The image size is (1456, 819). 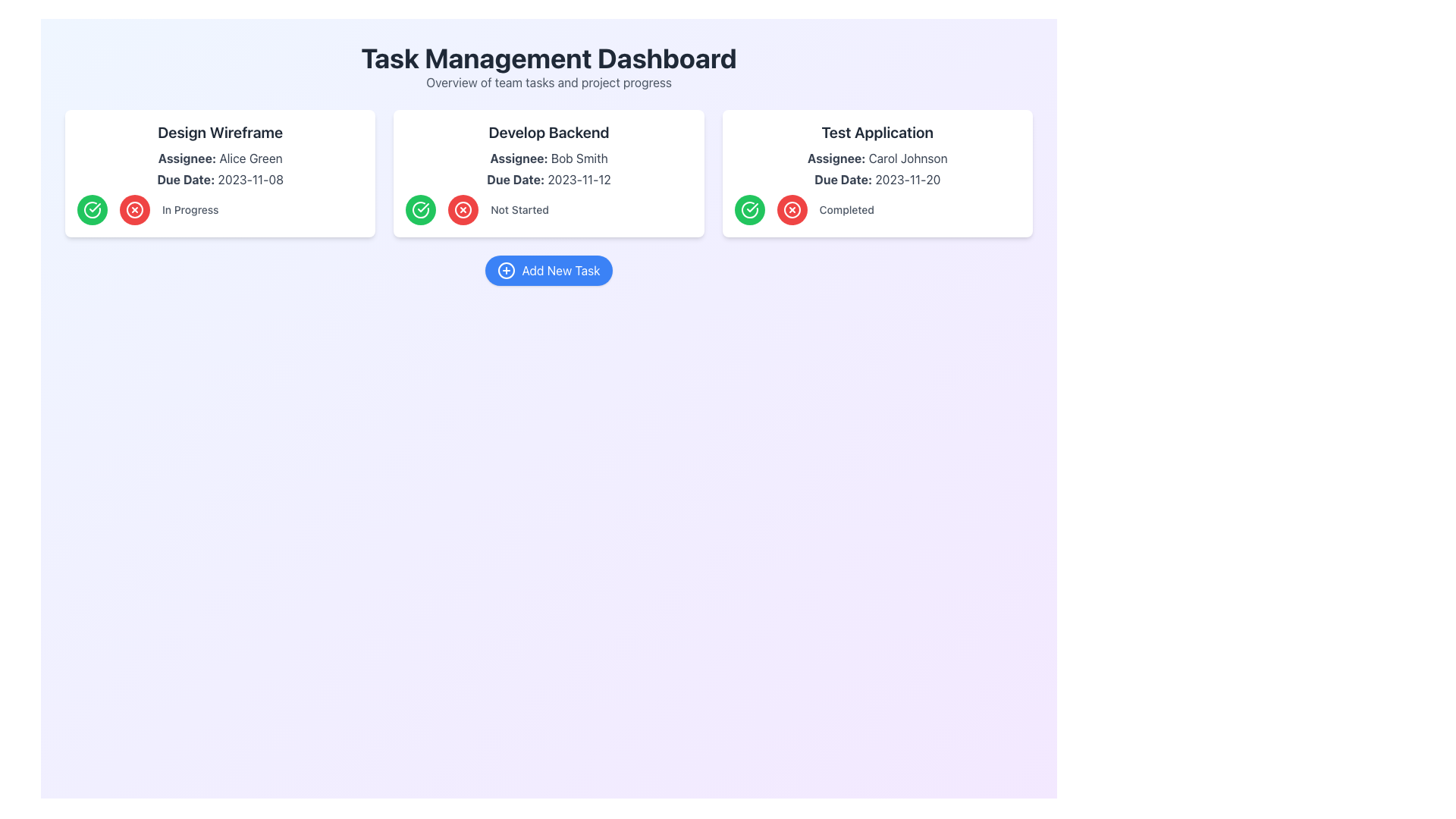 I want to click on the 'Add New Task' button located at the center of the dashboard layout, directly below the three task cards, so click(x=548, y=270).